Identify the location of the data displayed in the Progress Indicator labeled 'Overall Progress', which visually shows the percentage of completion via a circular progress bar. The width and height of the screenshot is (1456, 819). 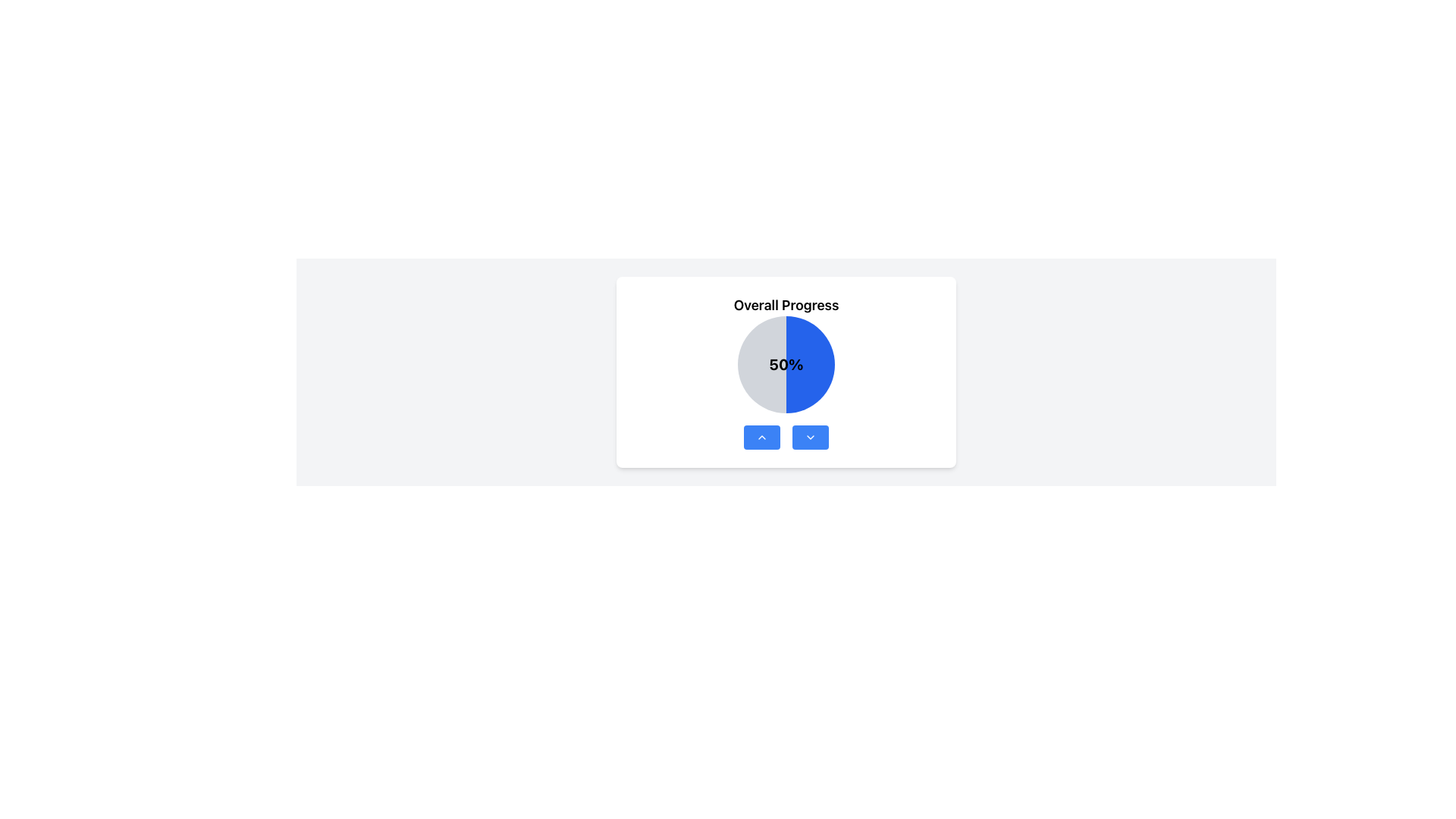
(786, 372).